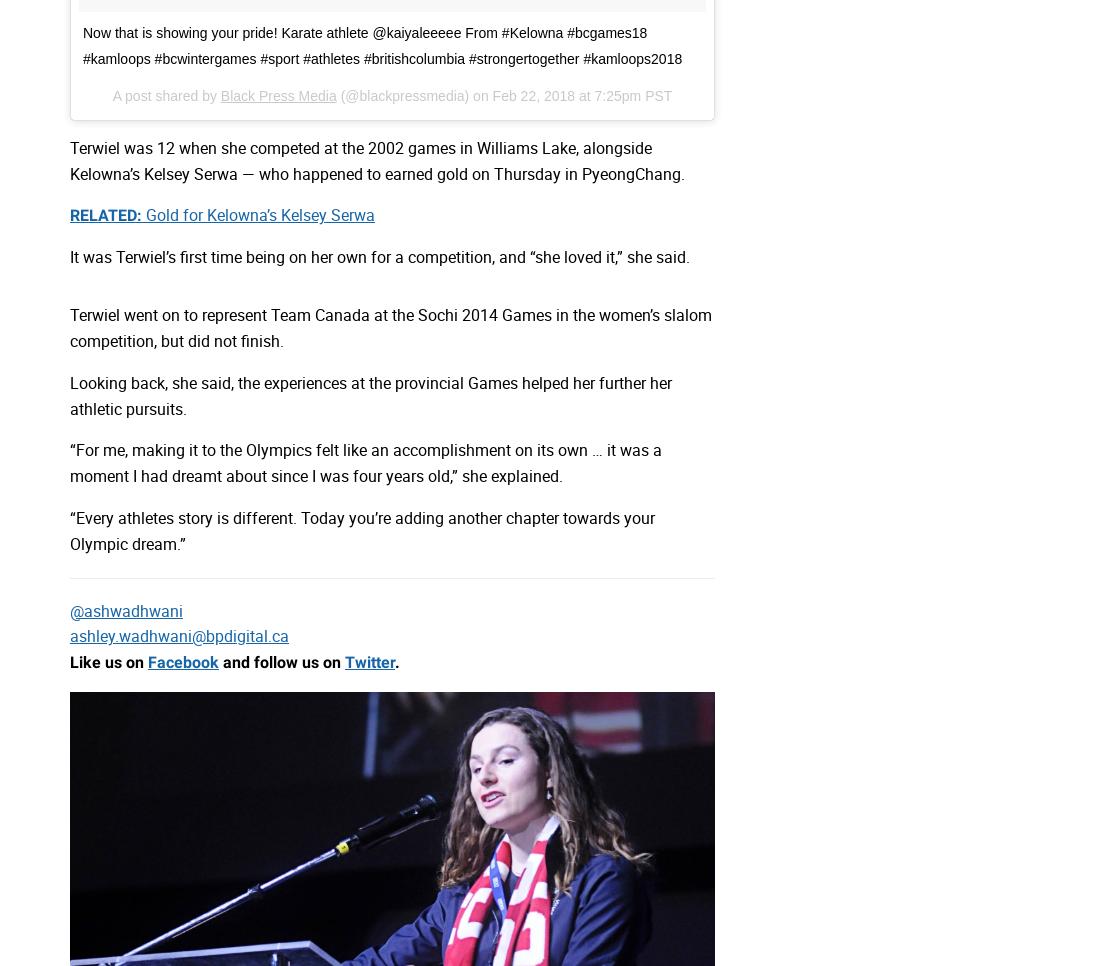 Image resolution: width=1100 pixels, height=966 pixels. What do you see at coordinates (377, 158) in the screenshot?
I see `'Terwiel was 12 when she competed at the 2002 games in Williams Lake, alongside Kelowna’s Kelsey Serwa — who happened to earned gold on Thursday in PyeongChang.'` at bounding box center [377, 158].